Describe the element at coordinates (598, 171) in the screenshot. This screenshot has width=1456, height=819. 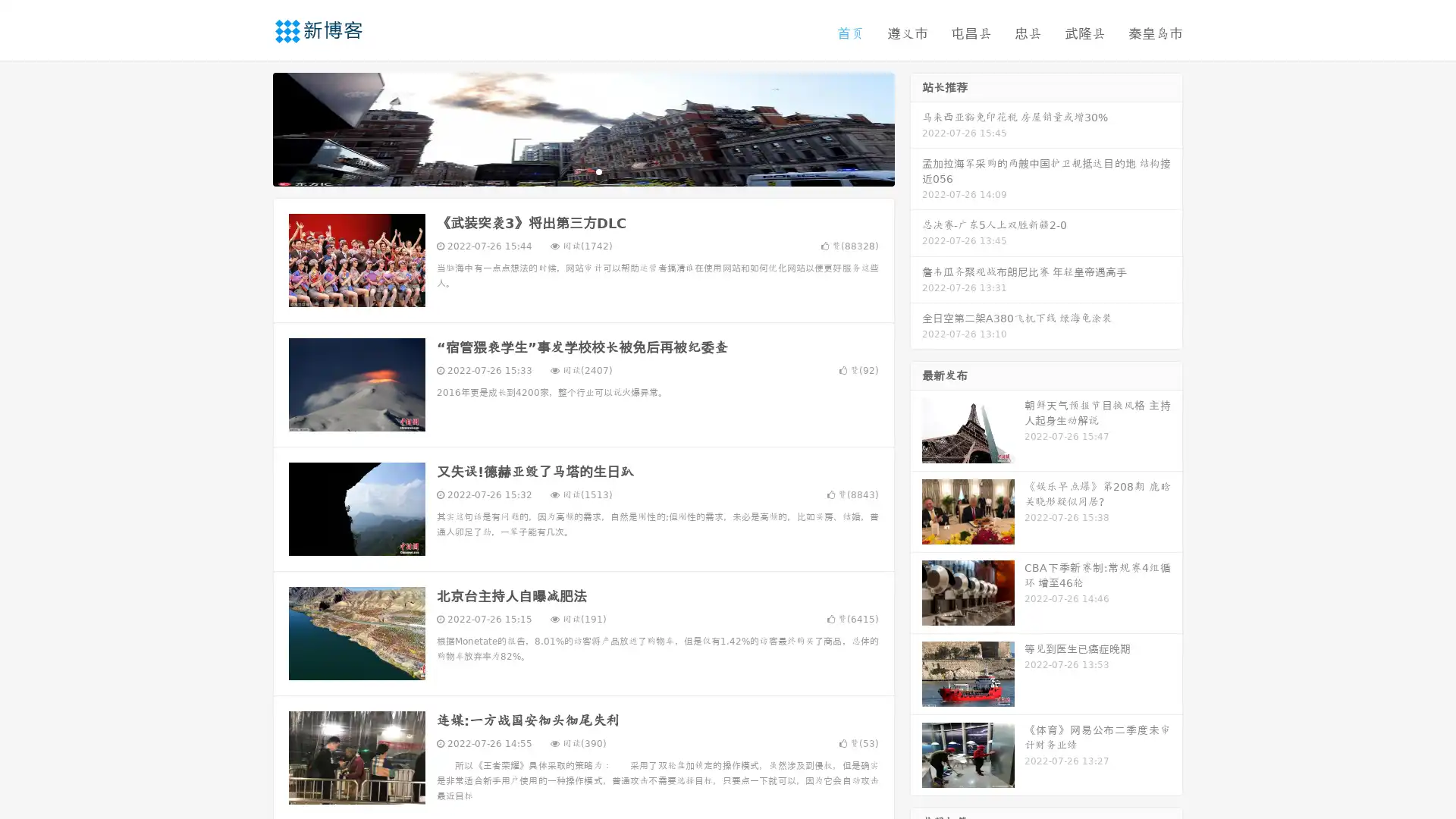
I see `Go to slide 3` at that location.